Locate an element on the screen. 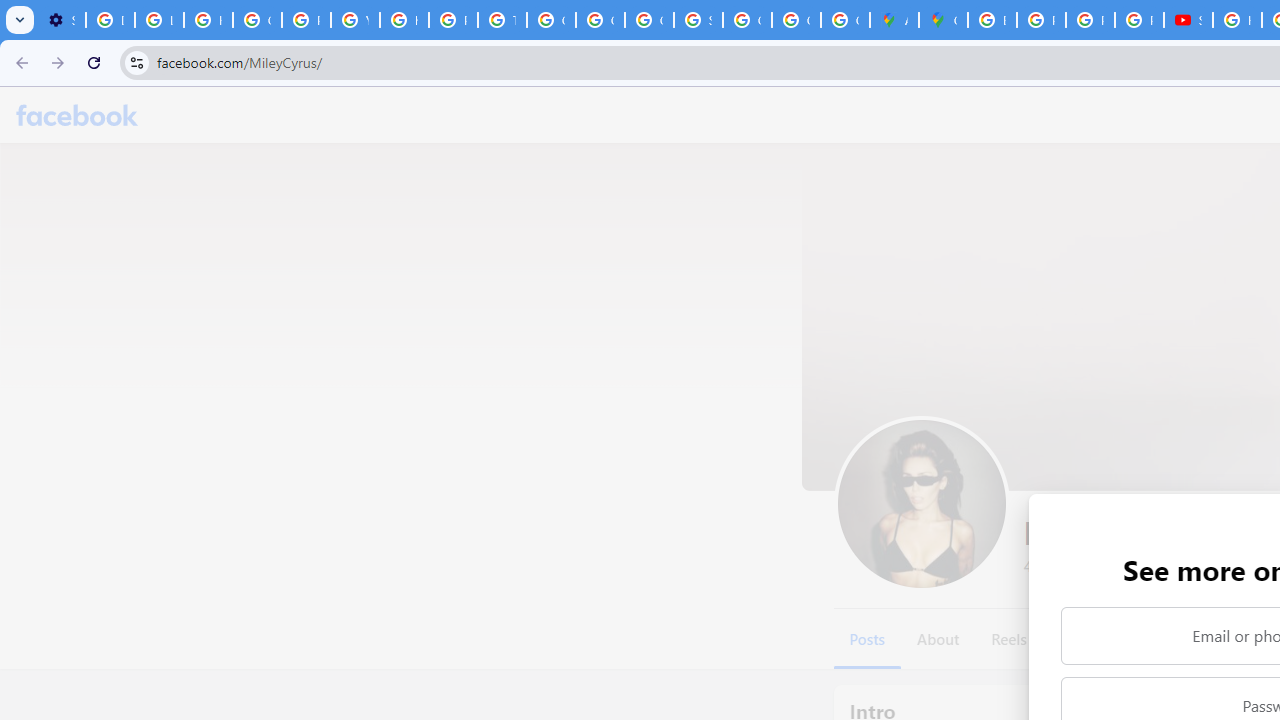 This screenshot has width=1280, height=720. 'Google Account Help' is located at coordinates (256, 20).